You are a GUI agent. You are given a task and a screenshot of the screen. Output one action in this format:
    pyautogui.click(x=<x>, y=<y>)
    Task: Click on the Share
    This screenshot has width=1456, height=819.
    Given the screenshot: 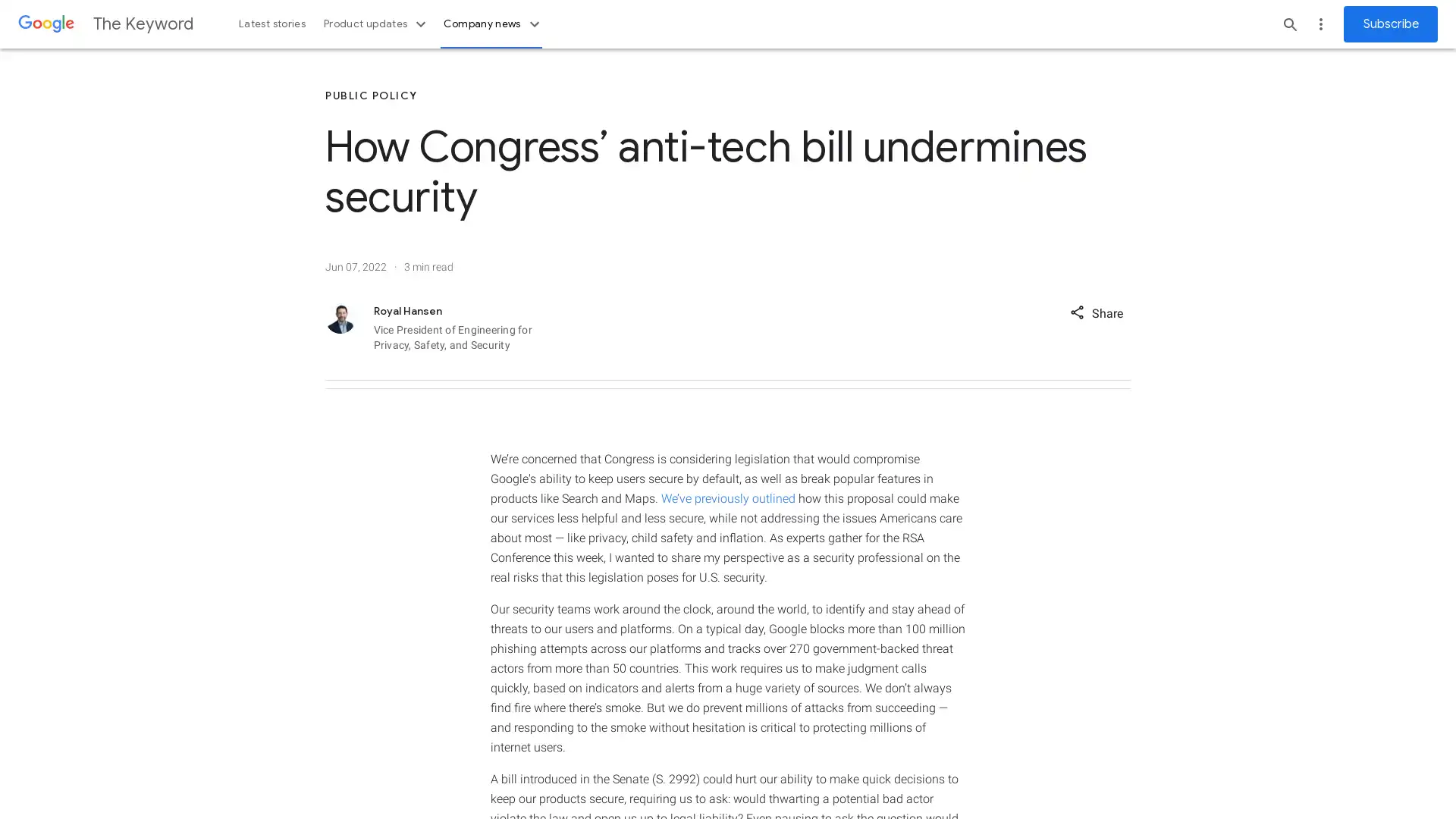 What is the action you would take?
    pyautogui.click(x=1096, y=311)
    